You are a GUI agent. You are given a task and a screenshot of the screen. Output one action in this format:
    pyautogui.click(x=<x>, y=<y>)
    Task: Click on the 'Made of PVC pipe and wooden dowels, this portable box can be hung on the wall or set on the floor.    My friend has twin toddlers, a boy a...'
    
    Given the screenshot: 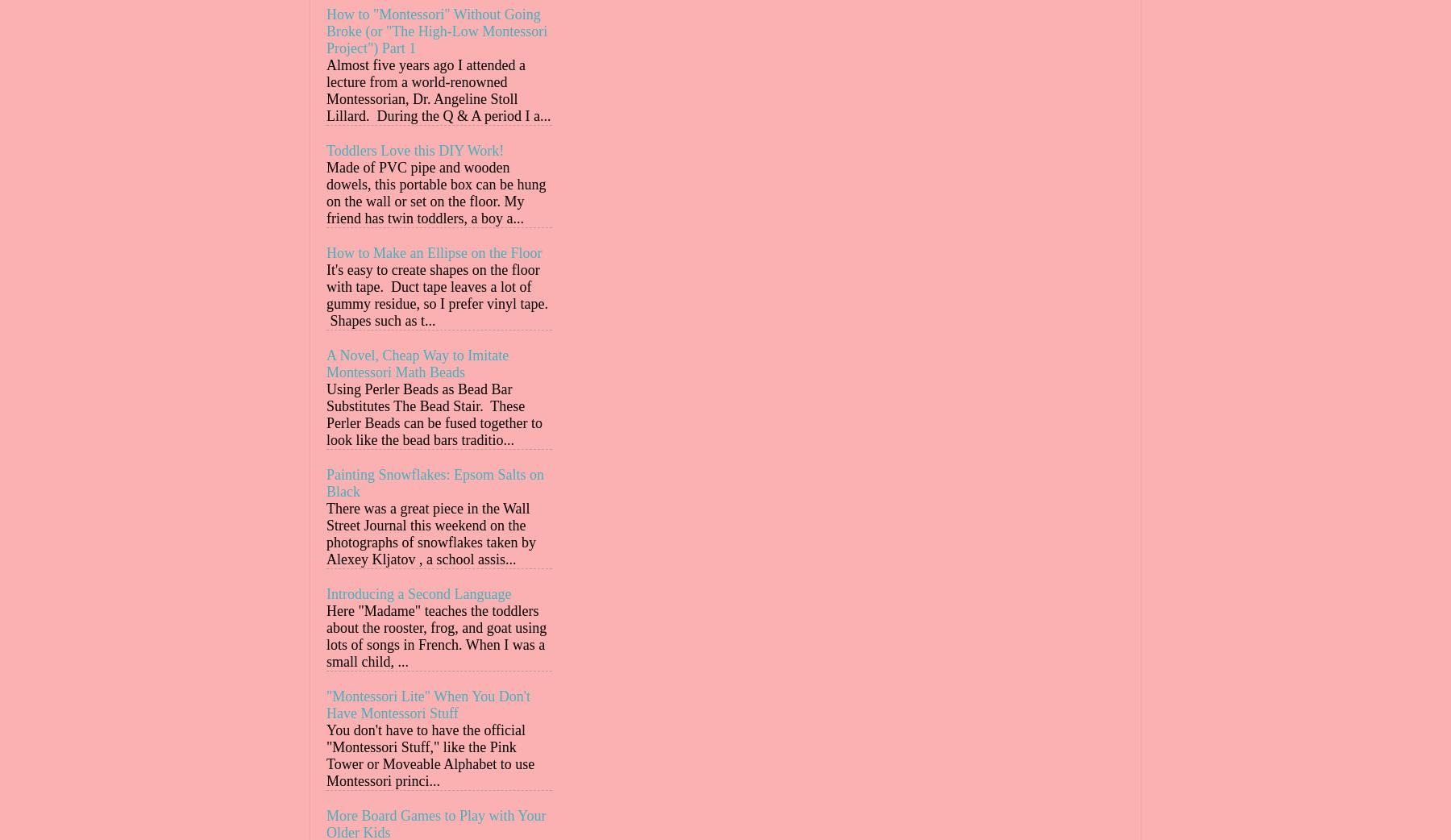 What is the action you would take?
    pyautogui.click(x=435, y=192)
    